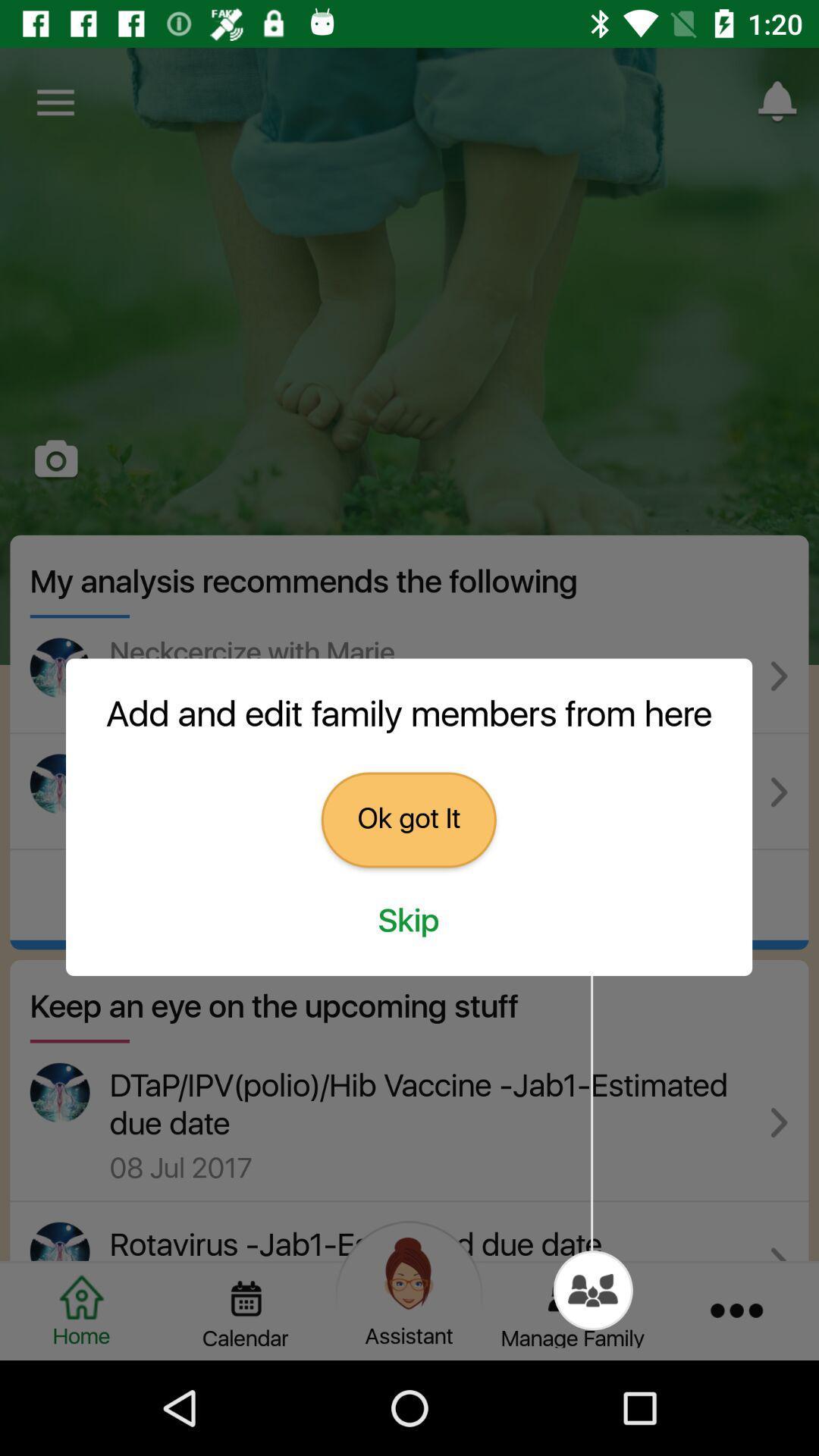 The height and width of the screenshot is (1456, 819). What do you see at coordinates (408, 819) in the screenshot?
I see `the icon below the add and edit` at bounding box center [408, 819].